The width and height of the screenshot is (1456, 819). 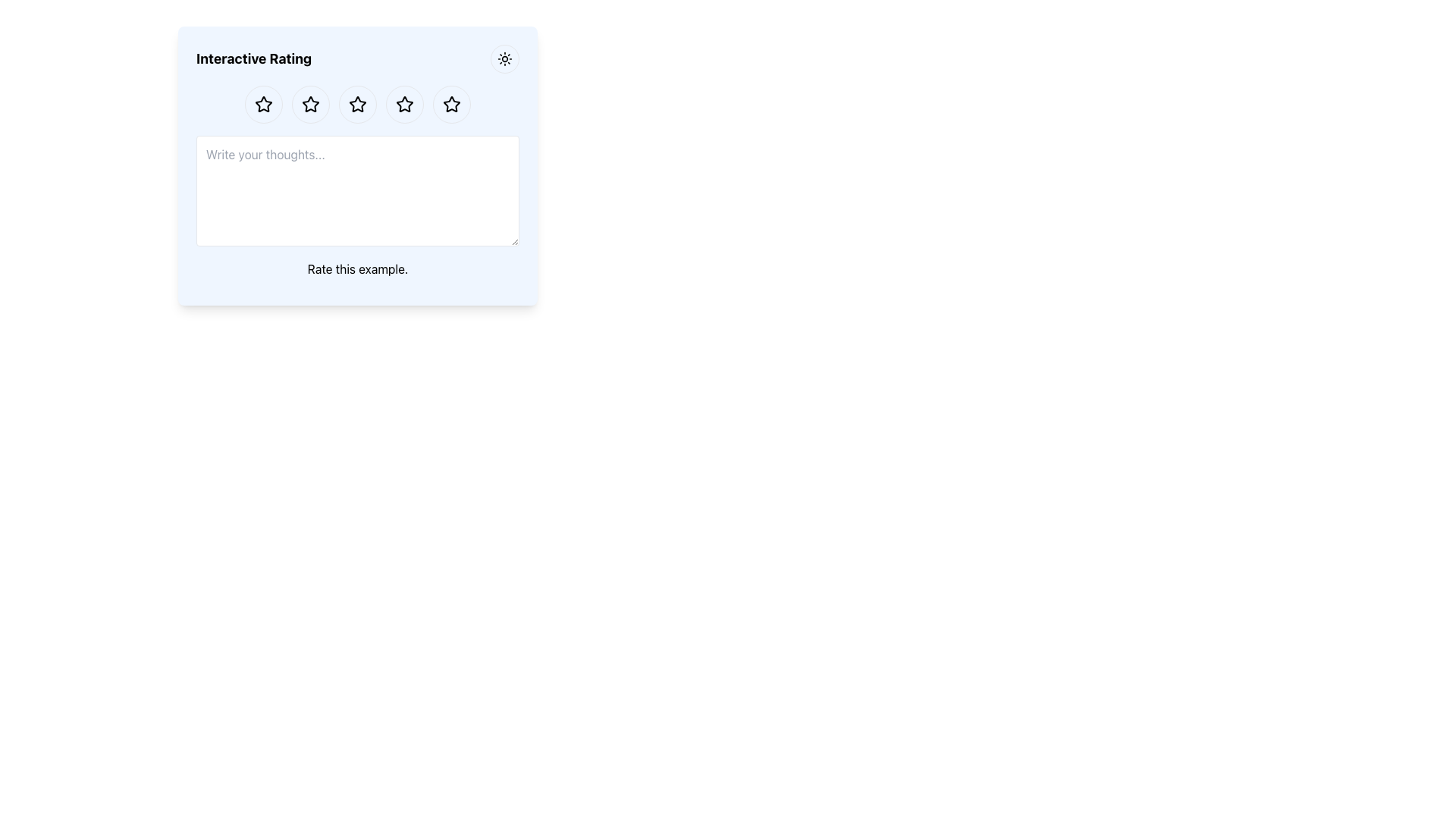 I want to click on the third button in the row of five buttons for the 'Interactive Rating' system, so click(x=356, y=104).